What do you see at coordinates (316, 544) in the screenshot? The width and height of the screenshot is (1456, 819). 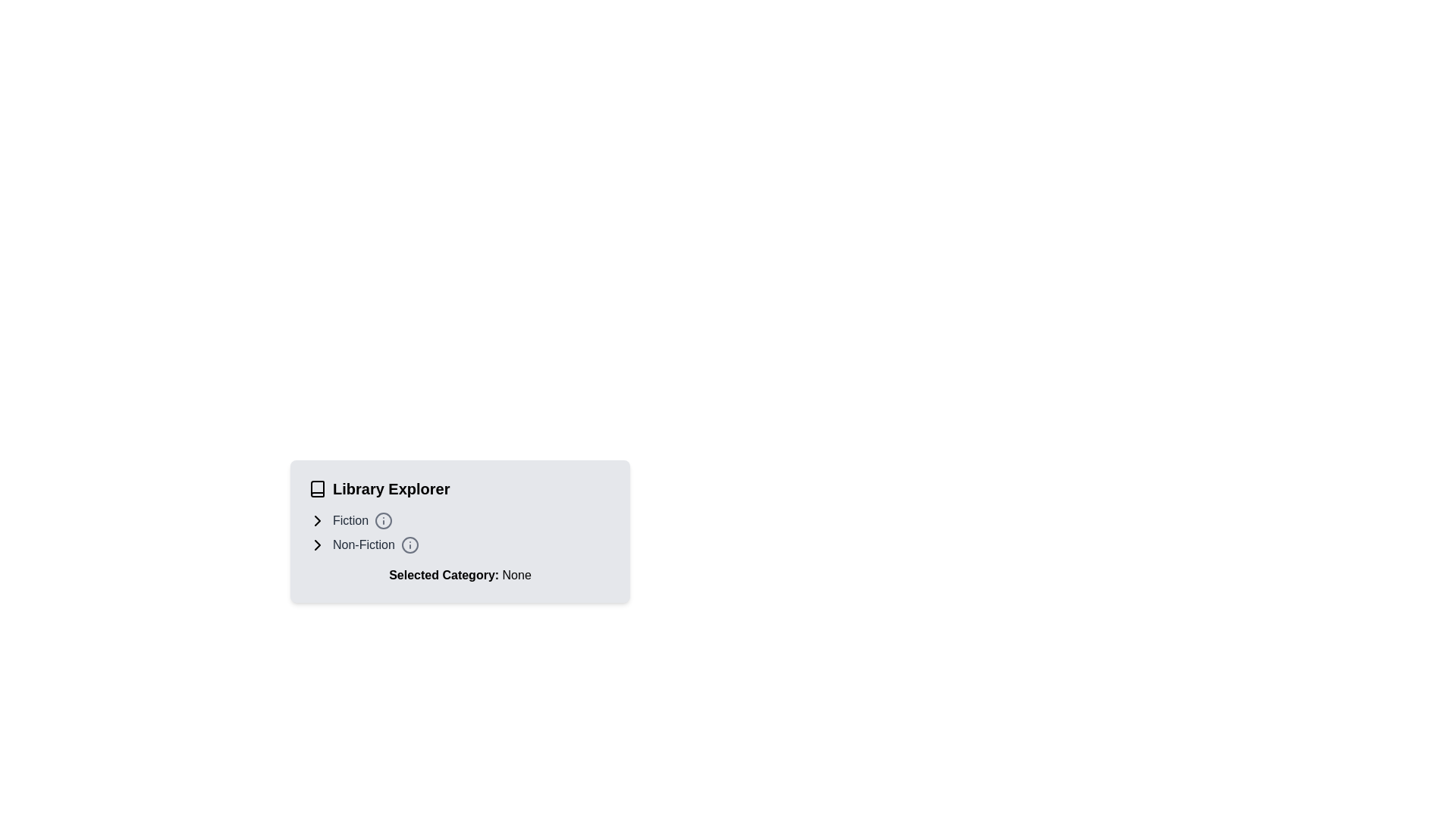 I see `the right-pointing chevron arrow icon located to the left of the 'Non-Fiction' text label, which is used for navigation or expansion` at bounding box center [316, 544].